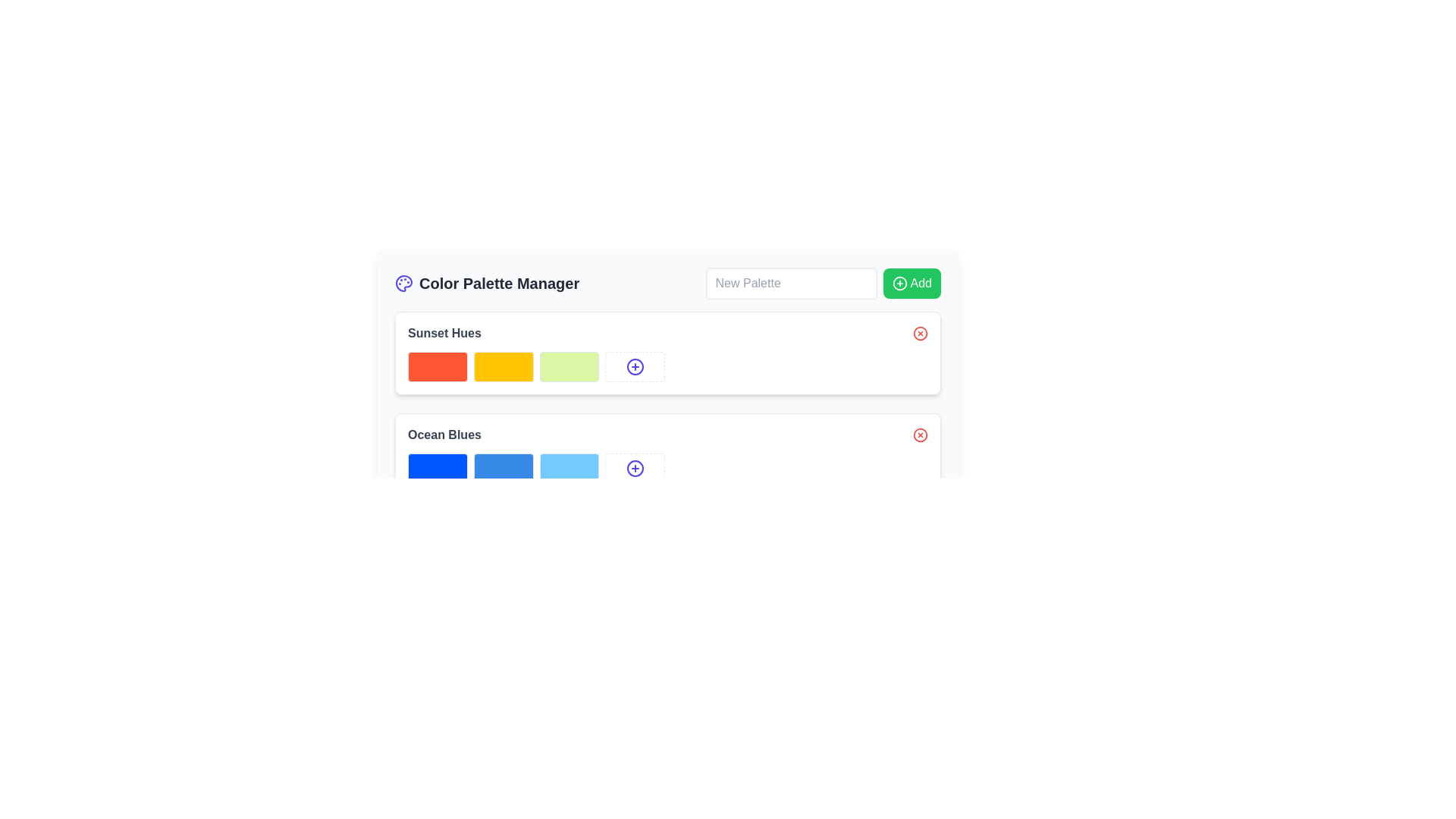  What do you see at coordinates (635, 366) in the screenshot?
I see `the icon located at the far-right of the color swatches under the palette labeled 'Sunset Hues'` at bounding box center [635, 366].